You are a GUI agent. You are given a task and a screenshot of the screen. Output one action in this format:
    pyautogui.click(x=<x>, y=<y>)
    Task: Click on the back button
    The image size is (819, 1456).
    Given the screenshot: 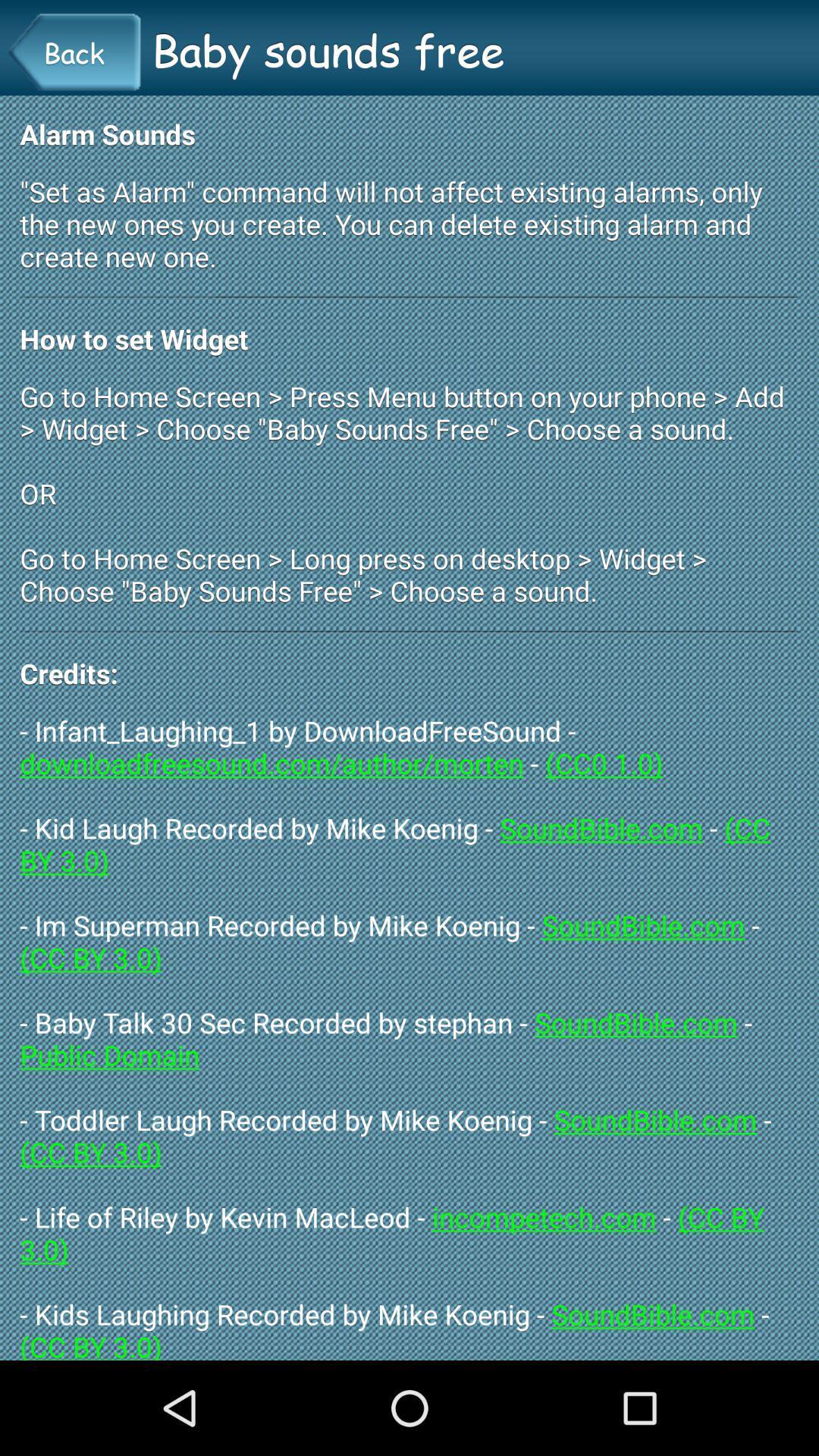 What is the action you would take?
    pyautogui.click(x=74, y=52)
    